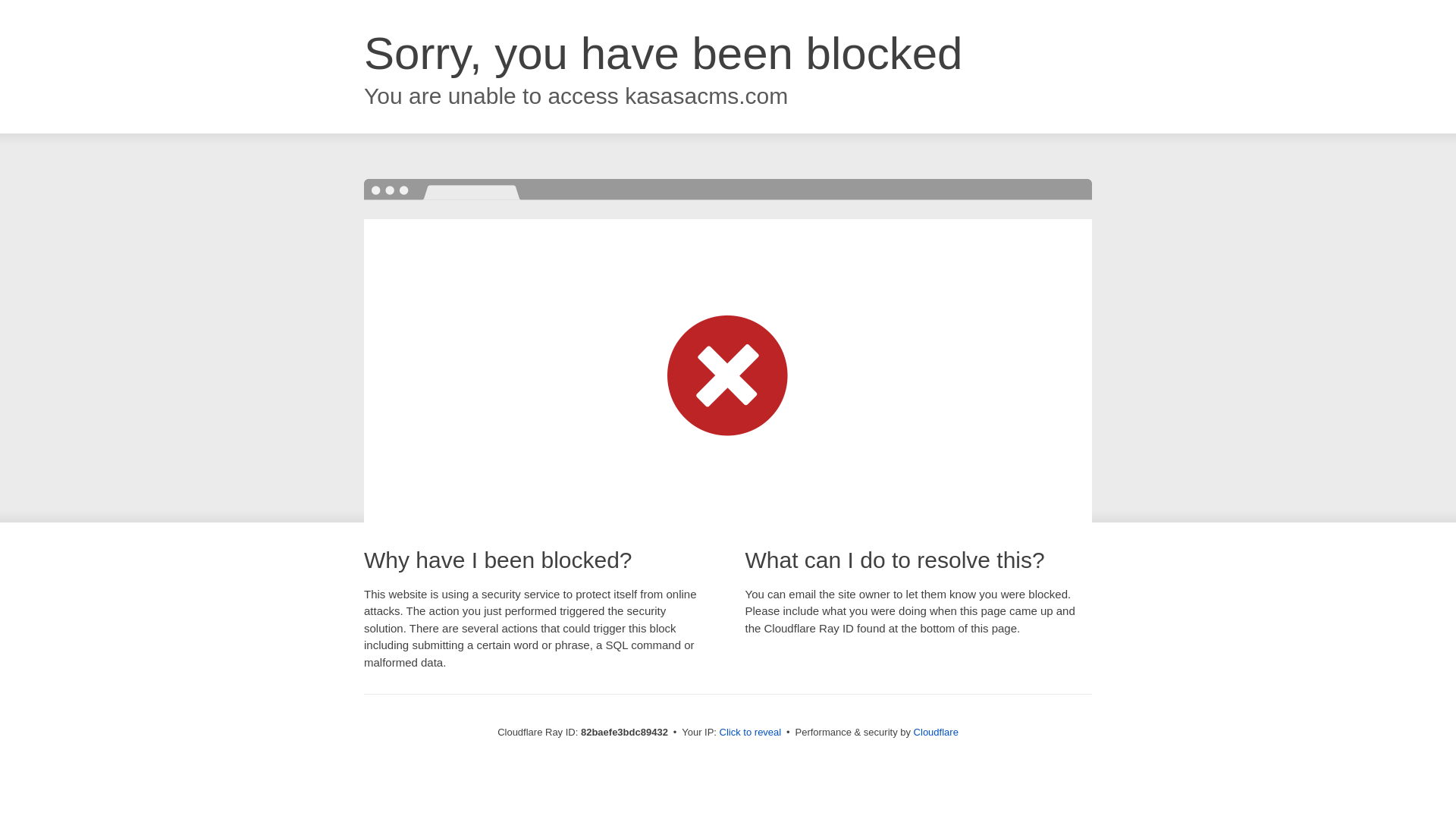 This screenshot has width=1456, height=819. What do you see at coordinates (912, 731) in the screenshot?
I see `'Cloudflare'` at bounding box center [912, 731].